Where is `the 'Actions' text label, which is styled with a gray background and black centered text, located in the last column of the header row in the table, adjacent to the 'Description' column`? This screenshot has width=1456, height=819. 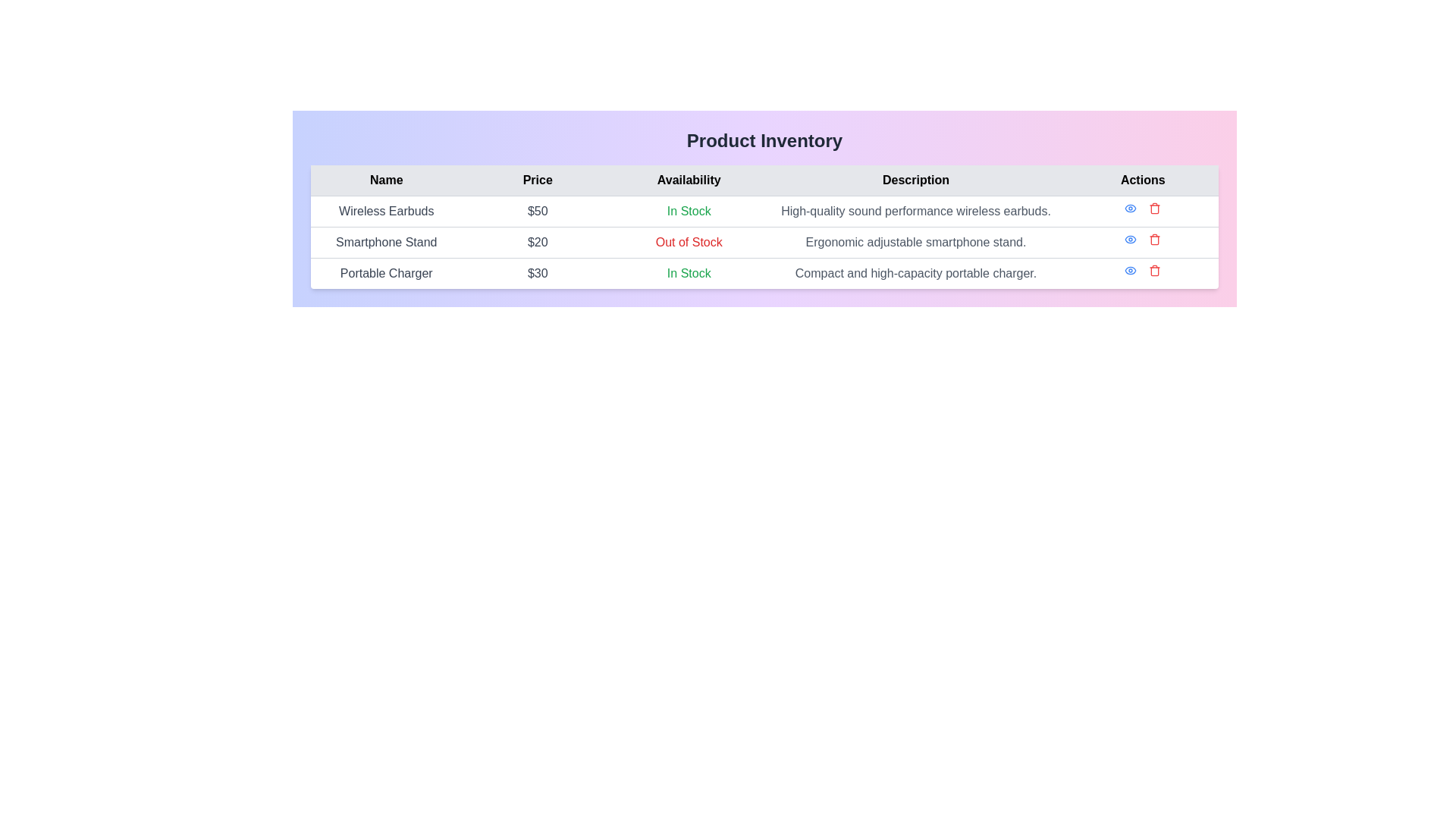
the 'Actions' text label, which is styled with a gray background and black centered text, located in the last column of the header row in the table, adjacent to the 'Description' column is located at coordinates (1143, 180).